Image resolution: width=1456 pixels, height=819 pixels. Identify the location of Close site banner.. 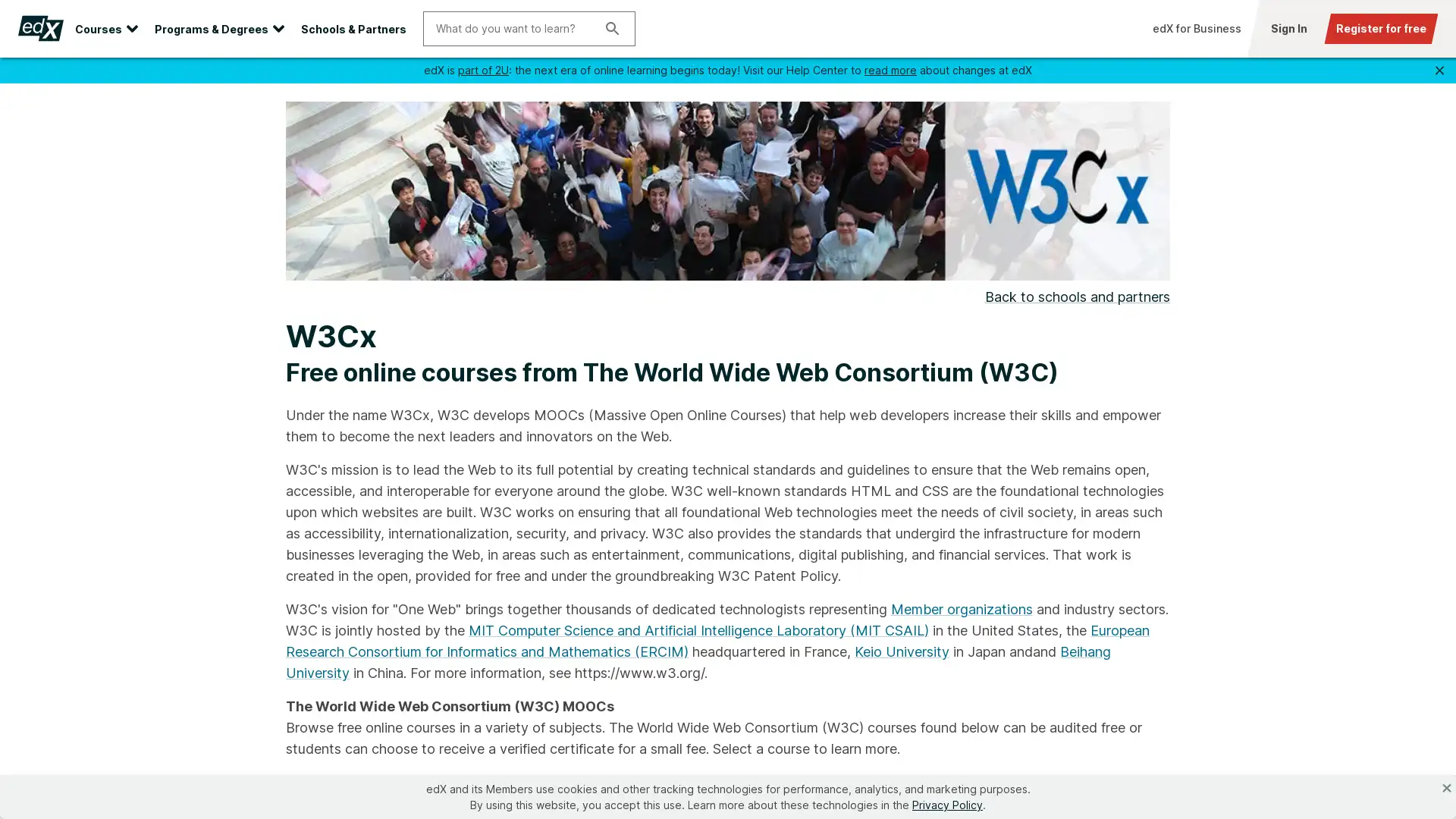
(1438, 70).